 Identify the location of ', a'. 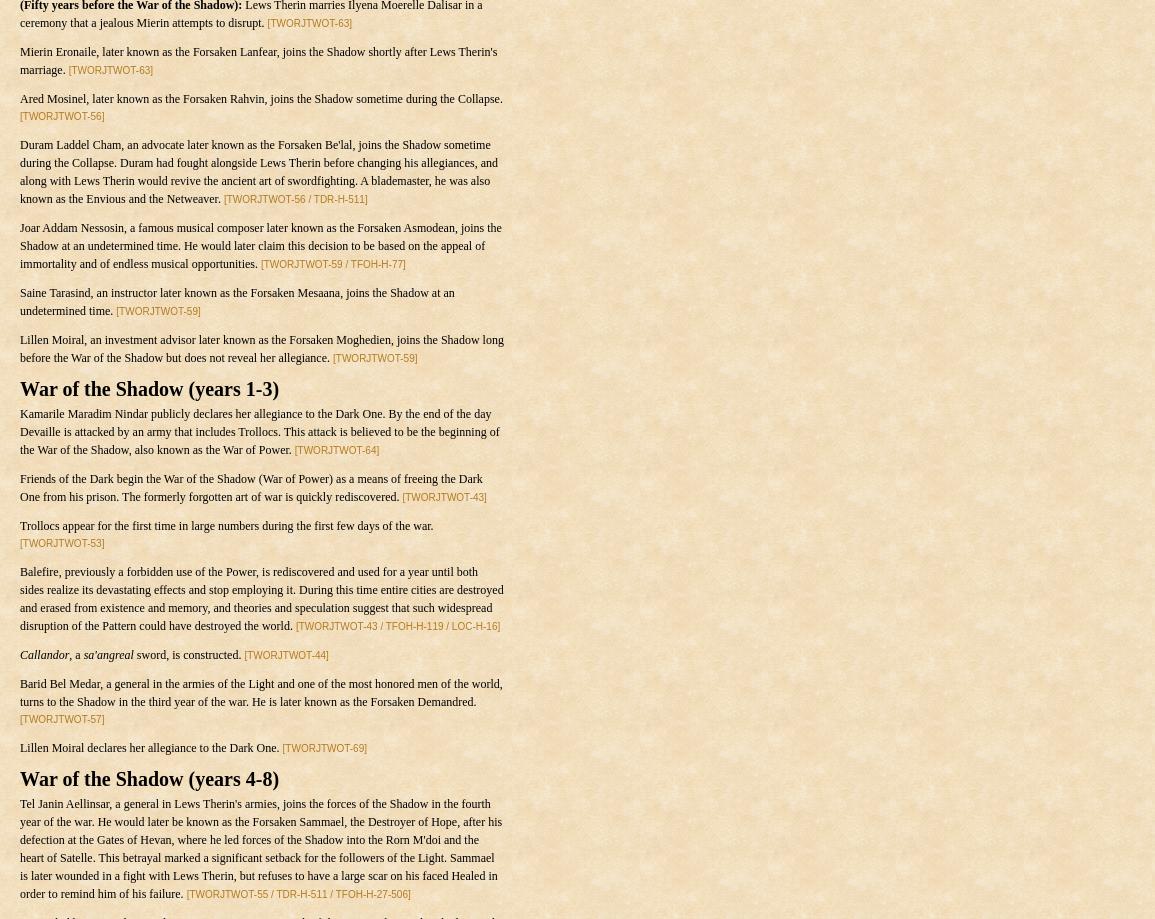
(67, 653).